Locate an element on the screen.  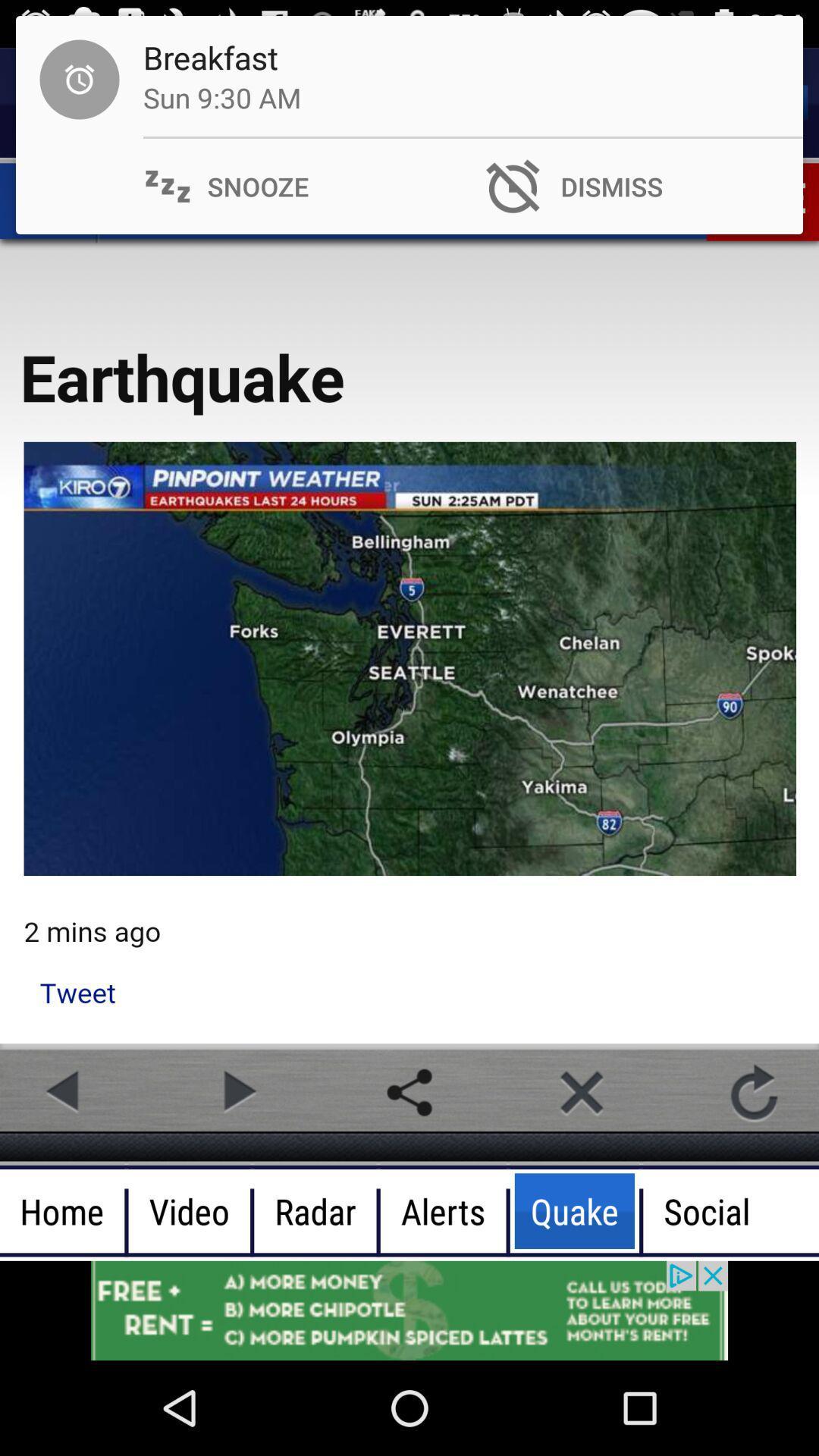
the close icon is located at coordinates (581, 1092).